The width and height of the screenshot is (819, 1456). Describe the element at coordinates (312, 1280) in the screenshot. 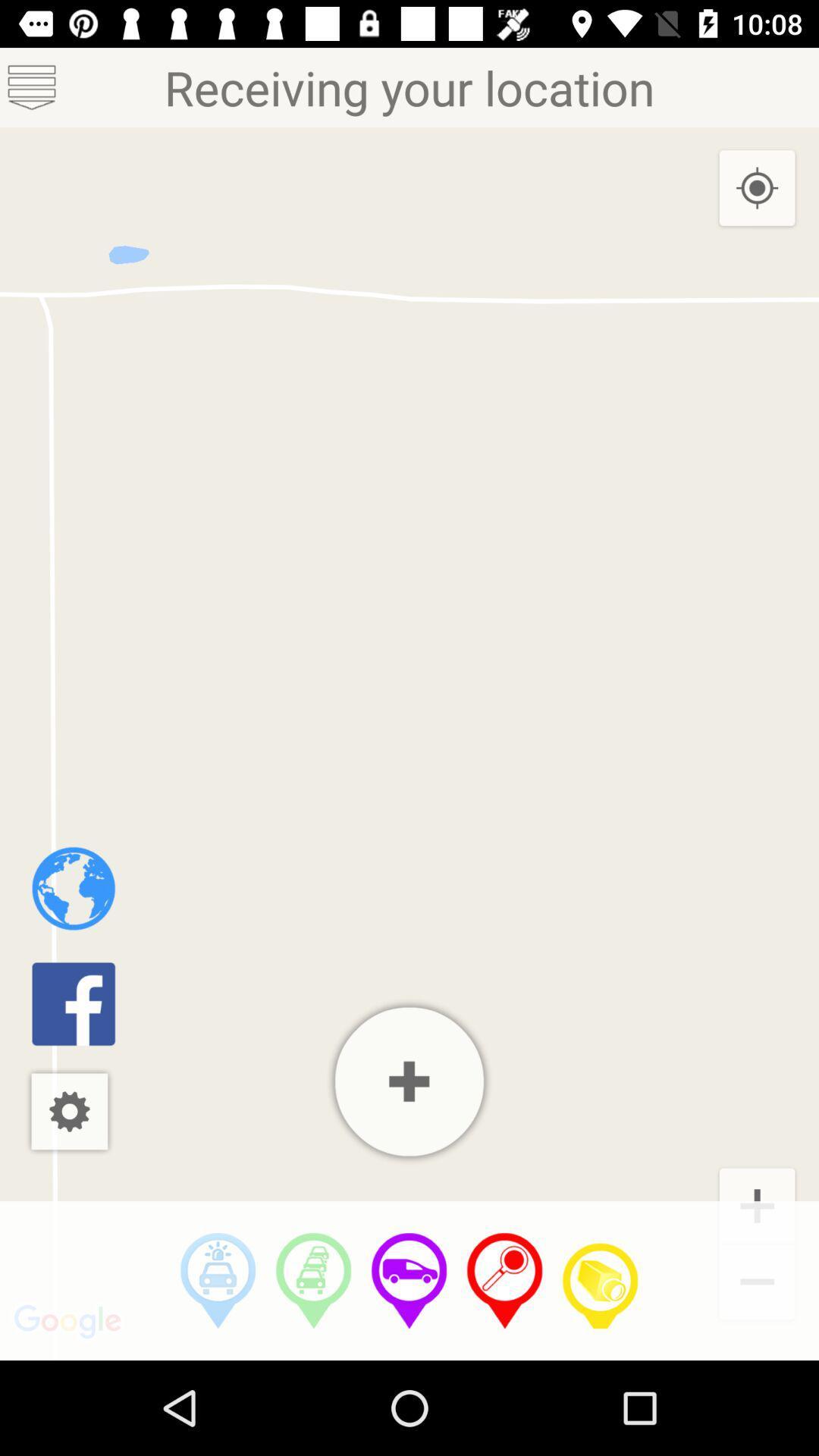

I see `get traffic information` at that location.